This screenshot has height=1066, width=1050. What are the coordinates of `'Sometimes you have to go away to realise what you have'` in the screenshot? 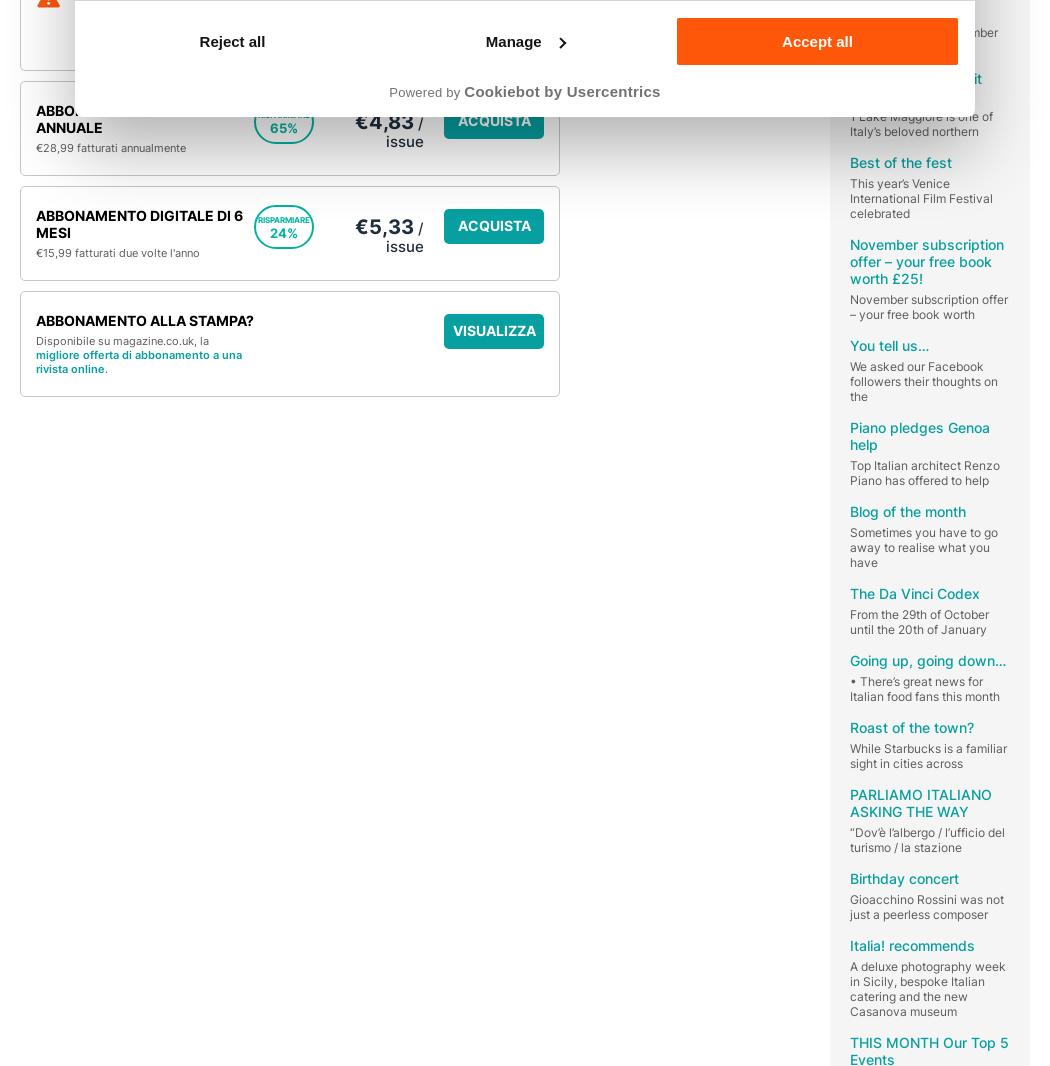 It's located at (924, 545).